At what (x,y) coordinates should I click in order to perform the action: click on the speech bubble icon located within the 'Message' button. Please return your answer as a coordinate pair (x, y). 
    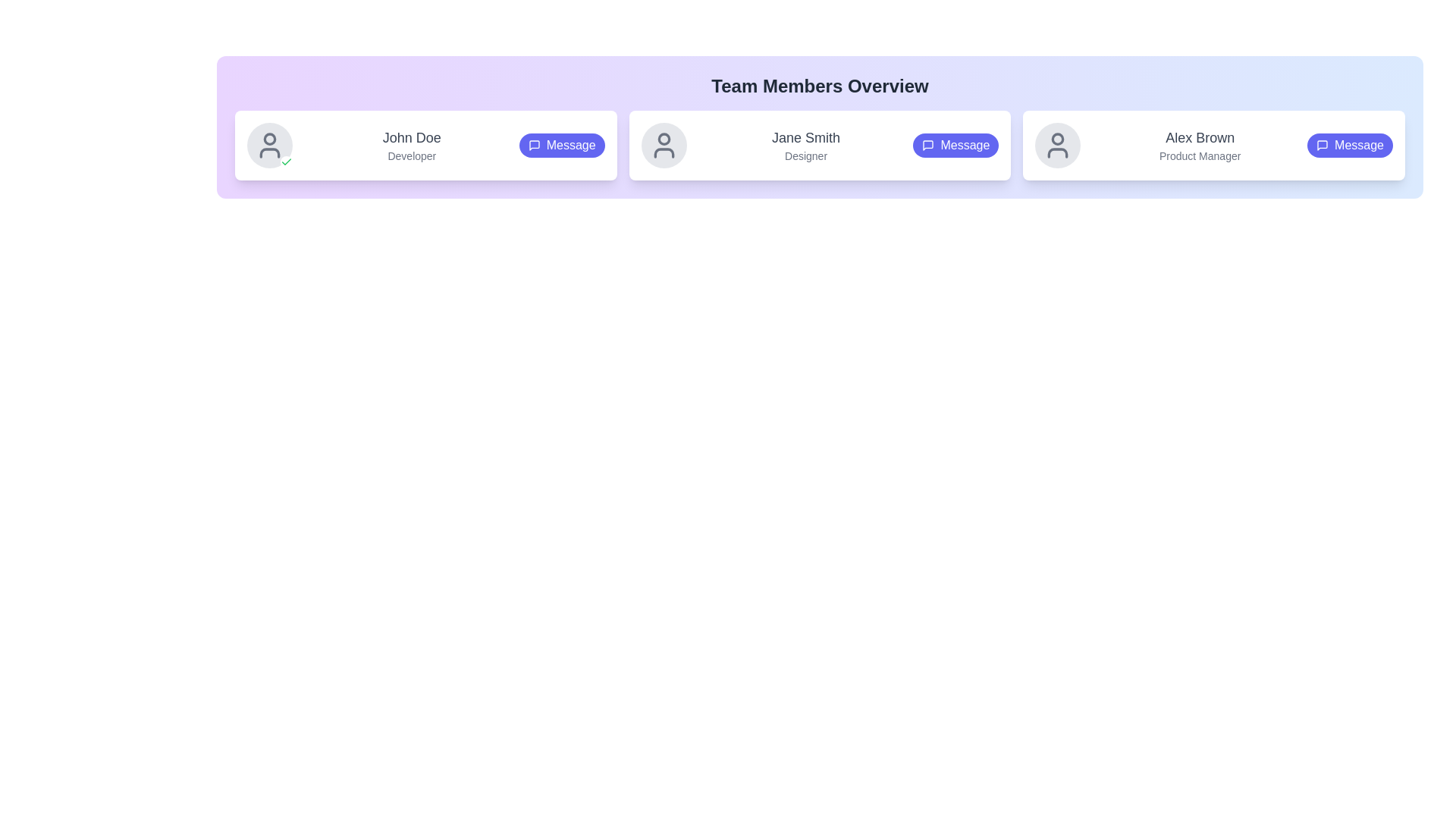
    Looking at the image, I should click on (927, 146).